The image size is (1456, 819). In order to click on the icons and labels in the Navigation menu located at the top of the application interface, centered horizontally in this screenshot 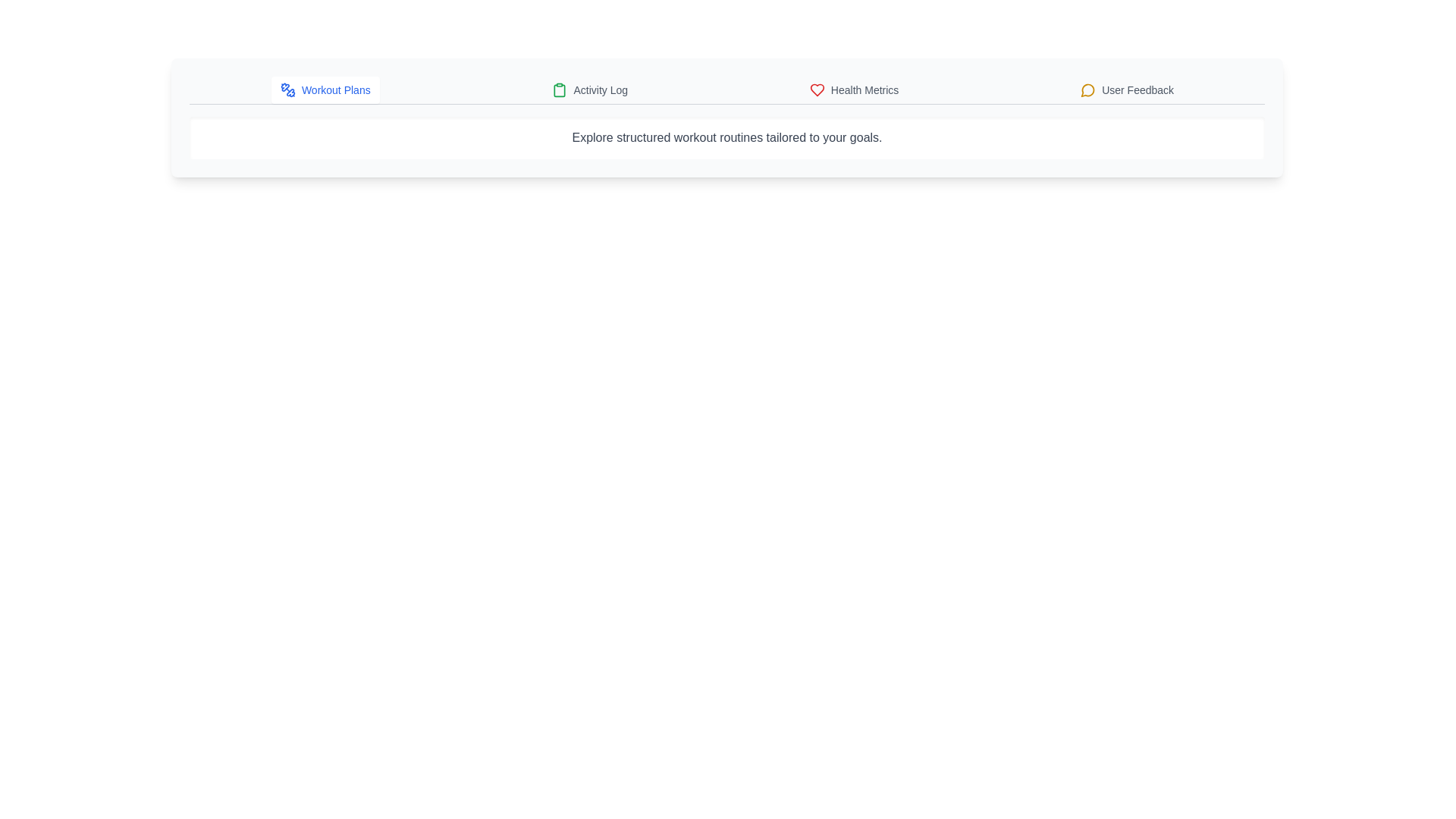, I will do `click(726, 90)`.